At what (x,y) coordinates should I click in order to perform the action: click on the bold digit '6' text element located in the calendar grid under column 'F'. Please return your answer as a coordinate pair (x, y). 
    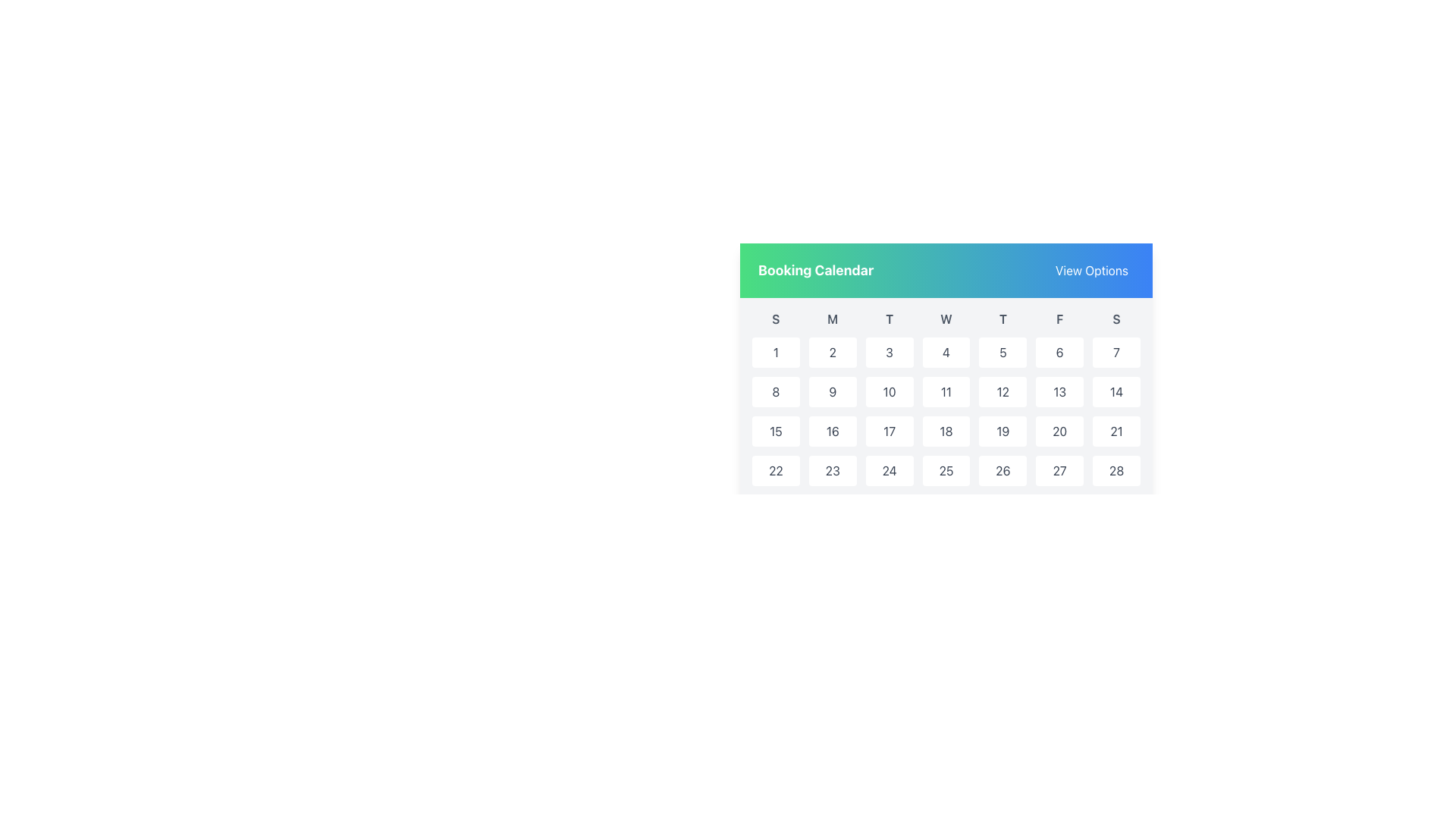
    Looking at the image, I should click on (1059, 353).